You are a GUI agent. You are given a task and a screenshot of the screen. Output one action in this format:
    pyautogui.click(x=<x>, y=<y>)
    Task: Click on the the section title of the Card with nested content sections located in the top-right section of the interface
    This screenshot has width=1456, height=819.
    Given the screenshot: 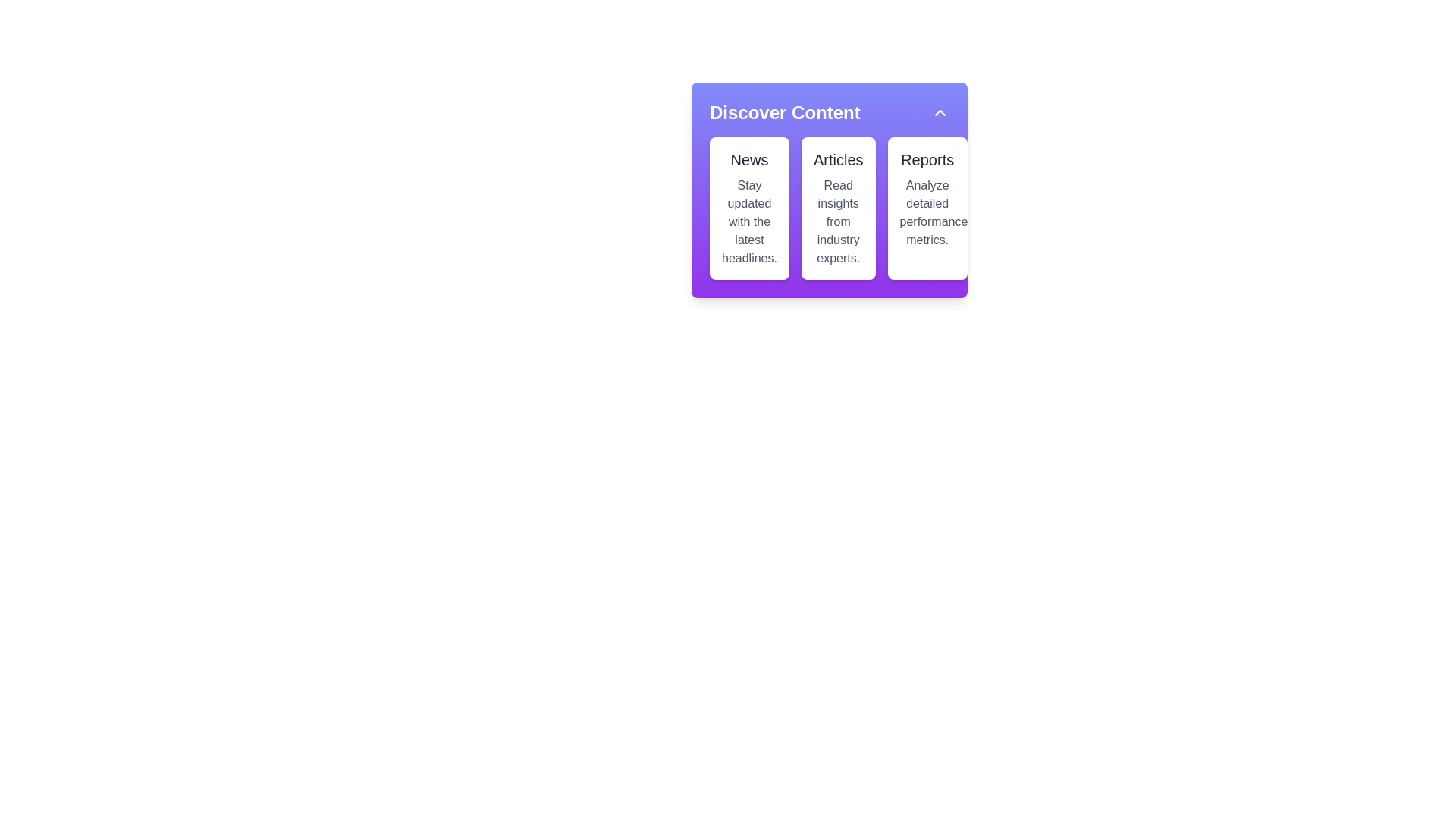 What is the action you would take?
    pyautogui.click(x=829, y=187)
    